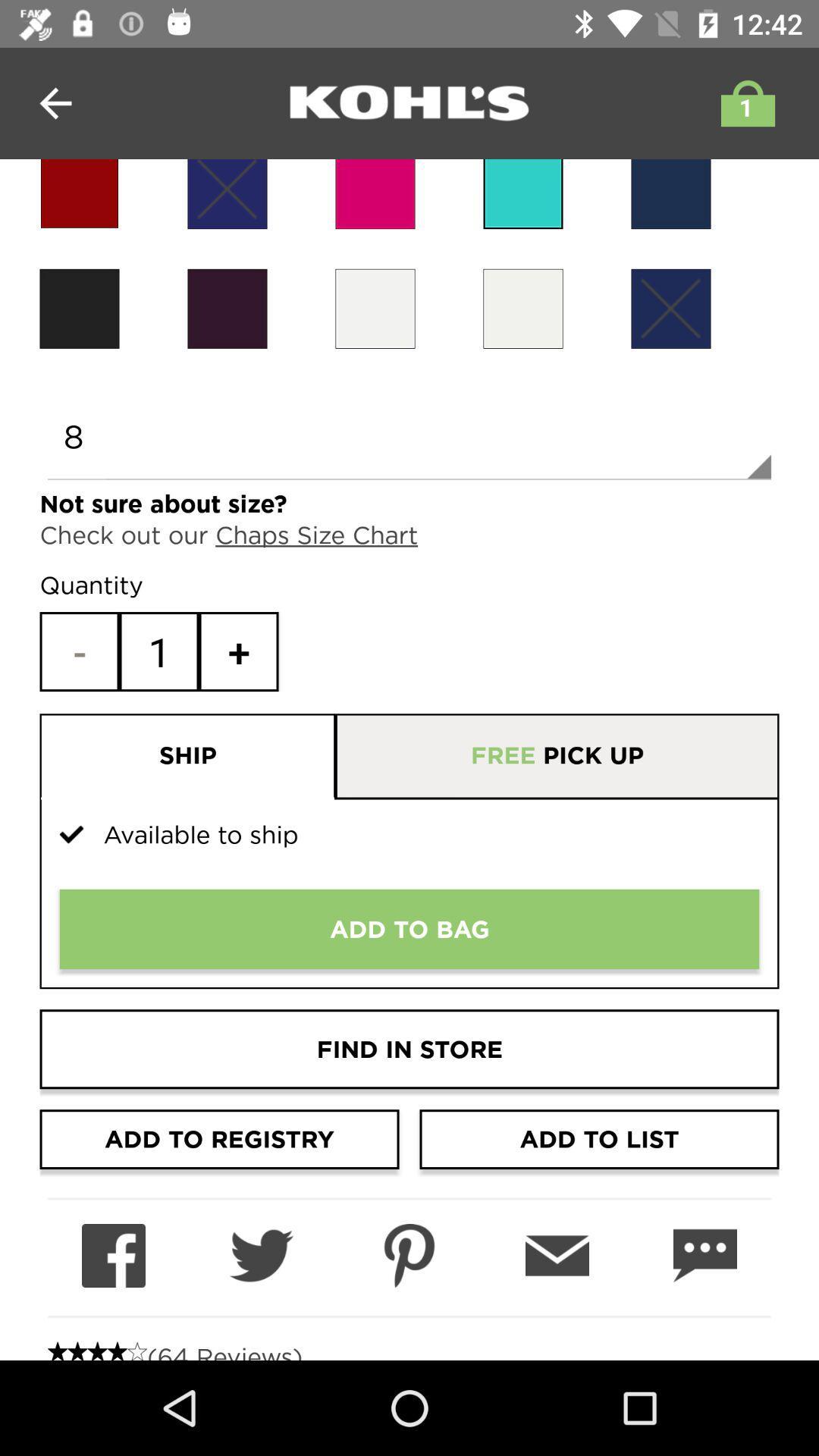  What do you see at coordinates (375, 193) in the screenshot?
I see `bright pink color` at bounding box center [375, 193].